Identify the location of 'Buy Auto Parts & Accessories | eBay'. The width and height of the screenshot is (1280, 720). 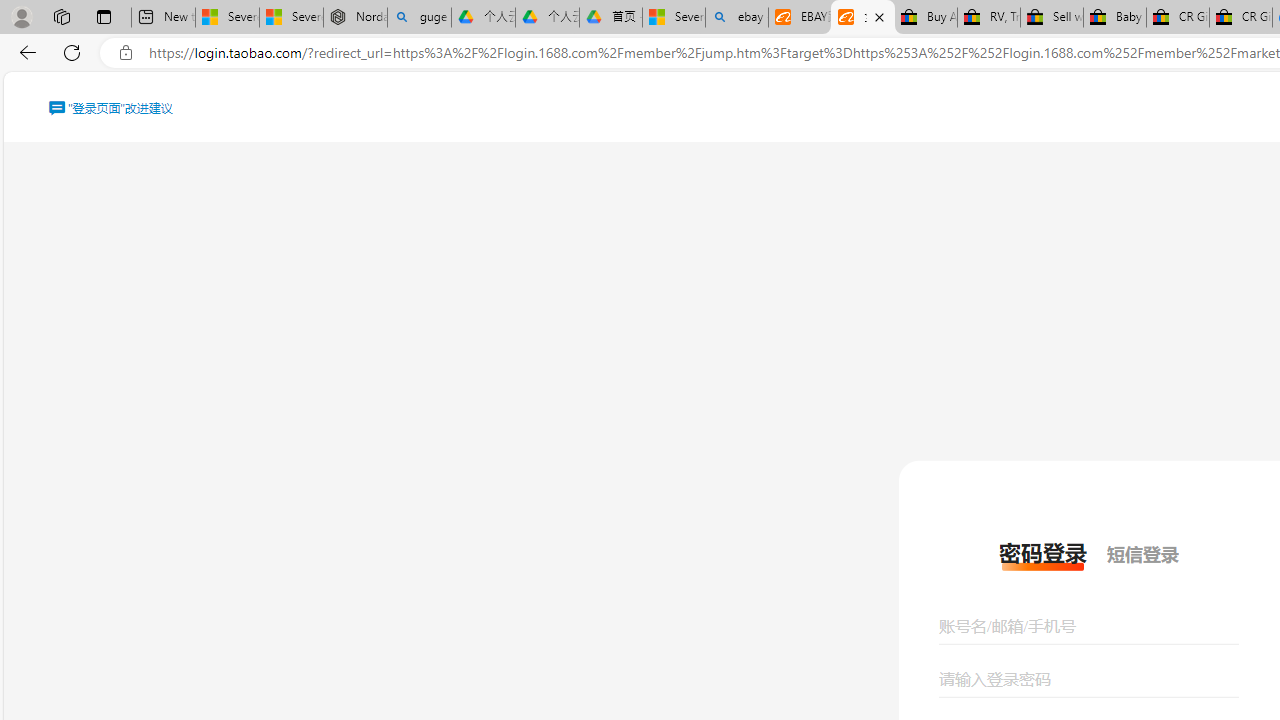
(925, 17).